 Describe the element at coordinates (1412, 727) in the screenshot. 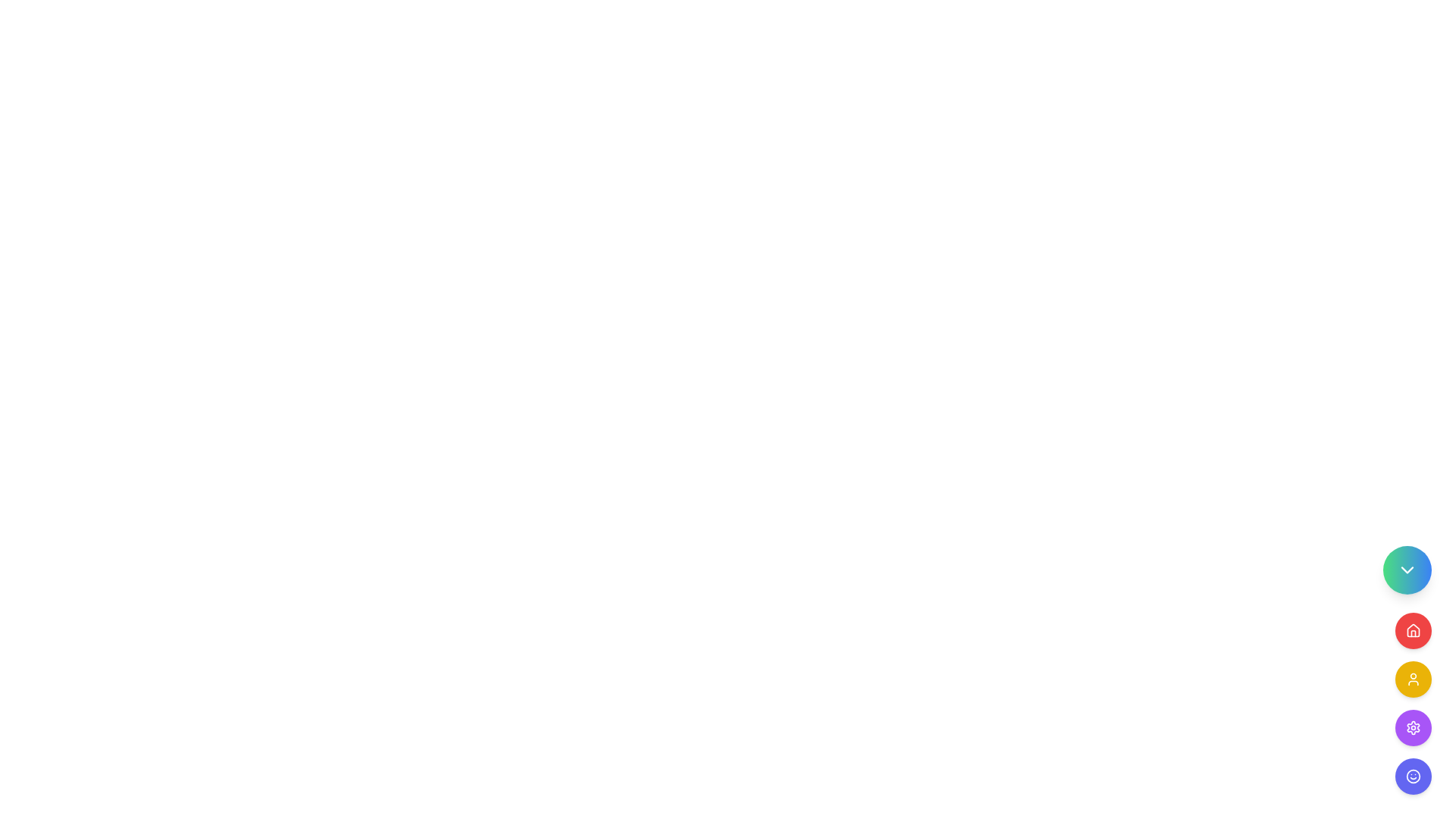

I see `the circular settings button with a purple background and gear icon located at the right side of the interface, positioned between the yellow user icon button and the blue smiling face button` at that location.